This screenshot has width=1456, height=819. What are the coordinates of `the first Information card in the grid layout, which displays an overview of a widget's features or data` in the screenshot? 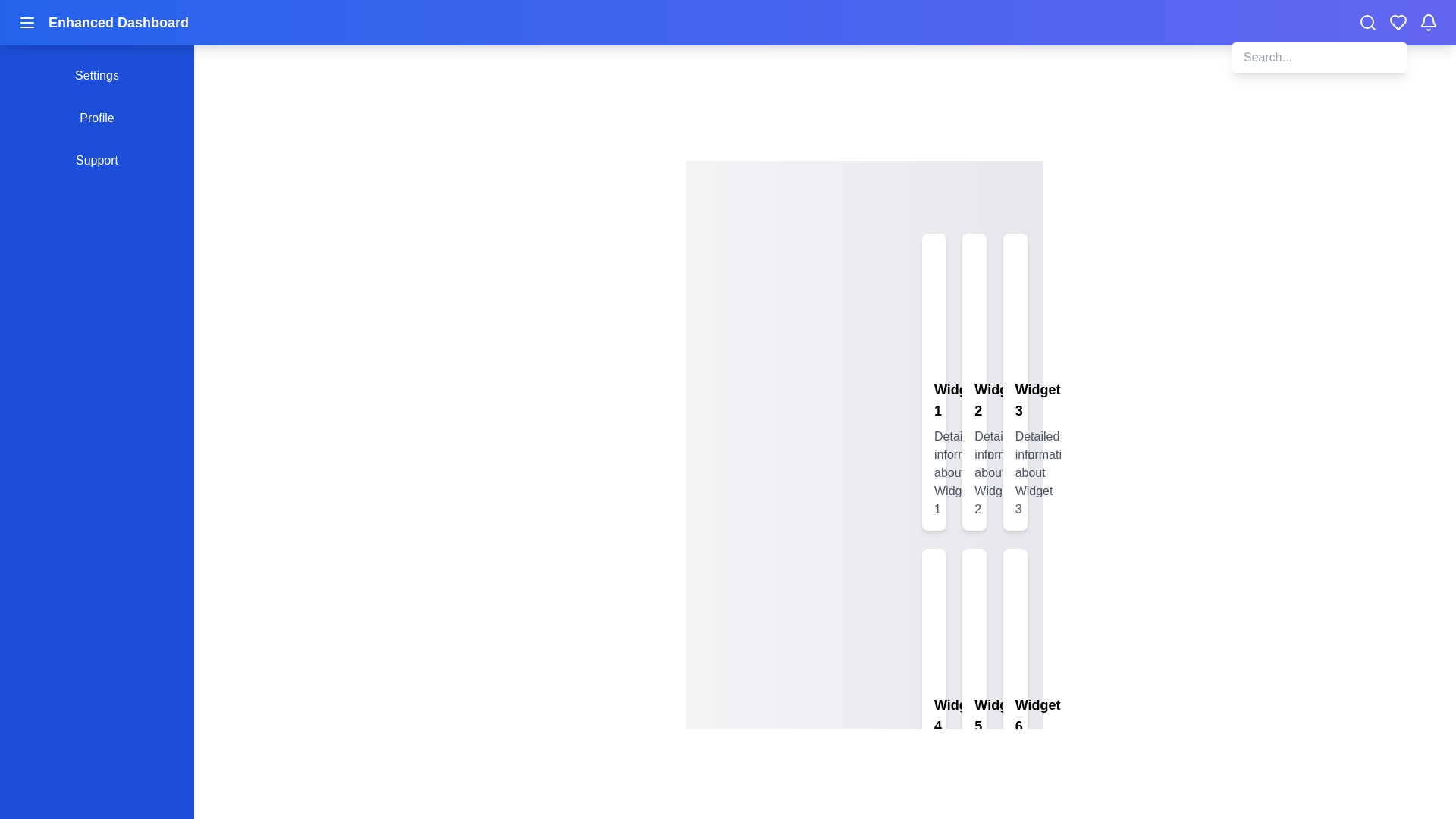 It's located at (934, 381).